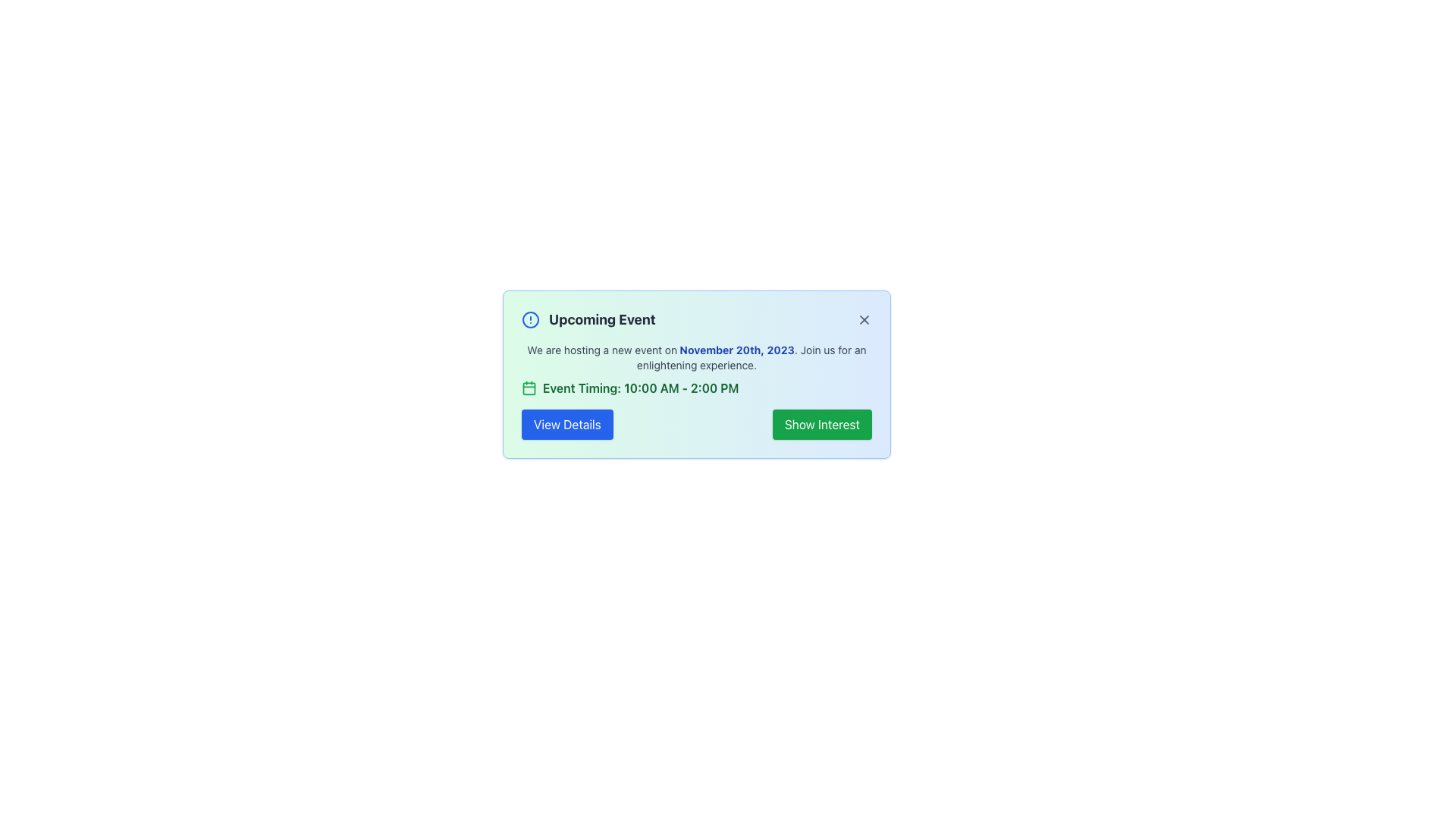 This screenshot has height=819, width=1456. Describe the element at coordinates (531, 318) in the screenshot. I see `the alert or notification indicator icon that is positioned to the left of the text 'Upcoming Event'` at that location.